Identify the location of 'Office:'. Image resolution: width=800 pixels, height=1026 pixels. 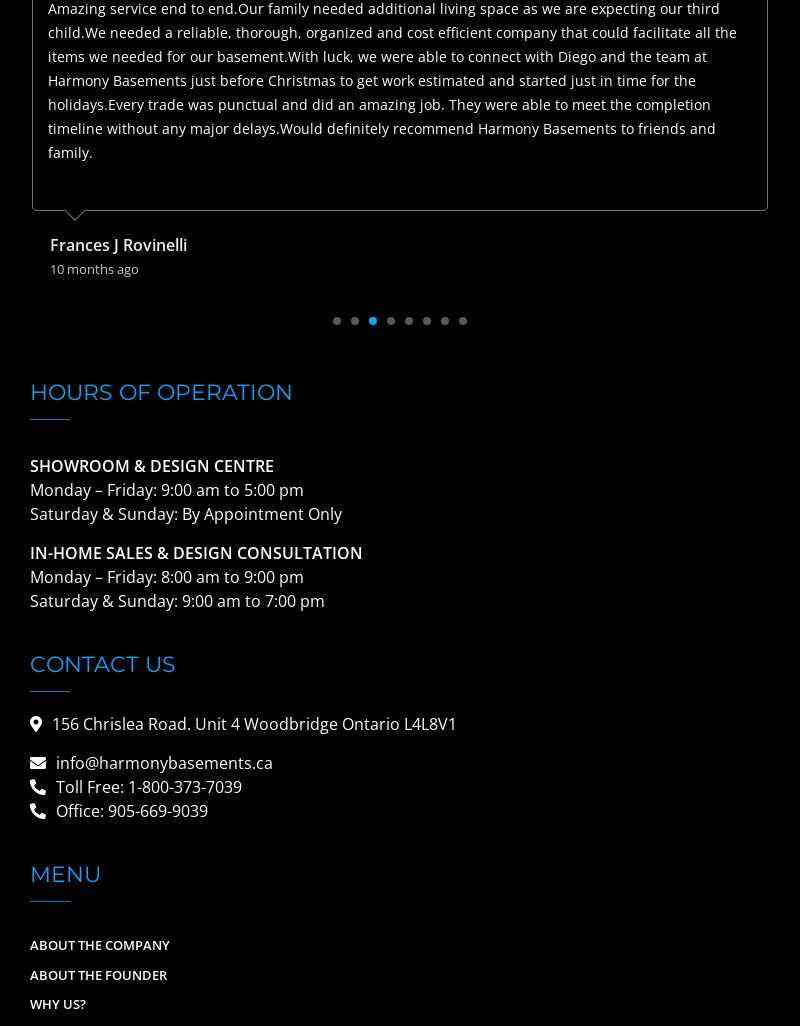
(80, 809).